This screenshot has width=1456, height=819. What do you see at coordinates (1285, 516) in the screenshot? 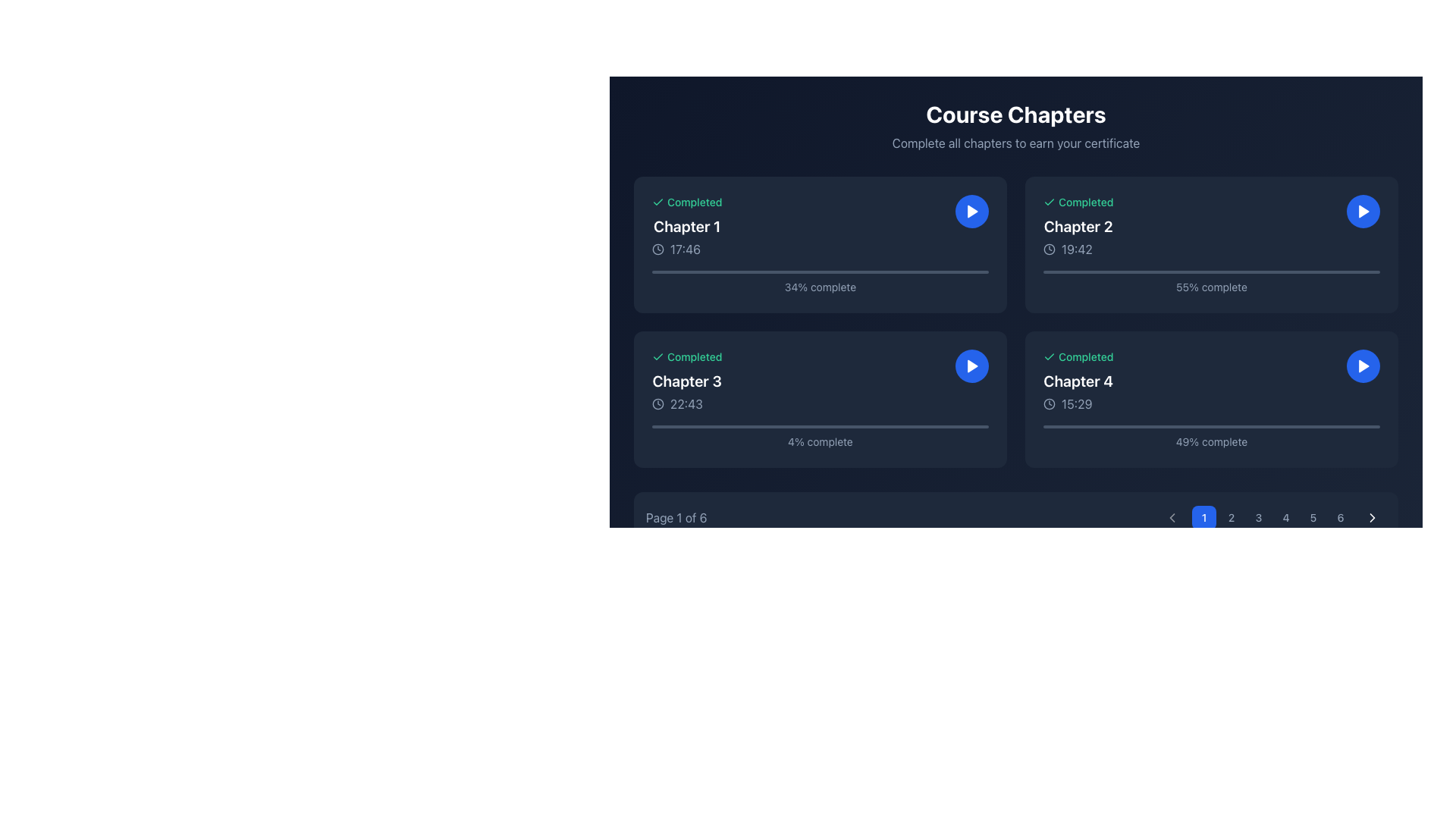
I see `the fourth button located at the bottom-right section of the interface` at bounding box center [1285, 516].